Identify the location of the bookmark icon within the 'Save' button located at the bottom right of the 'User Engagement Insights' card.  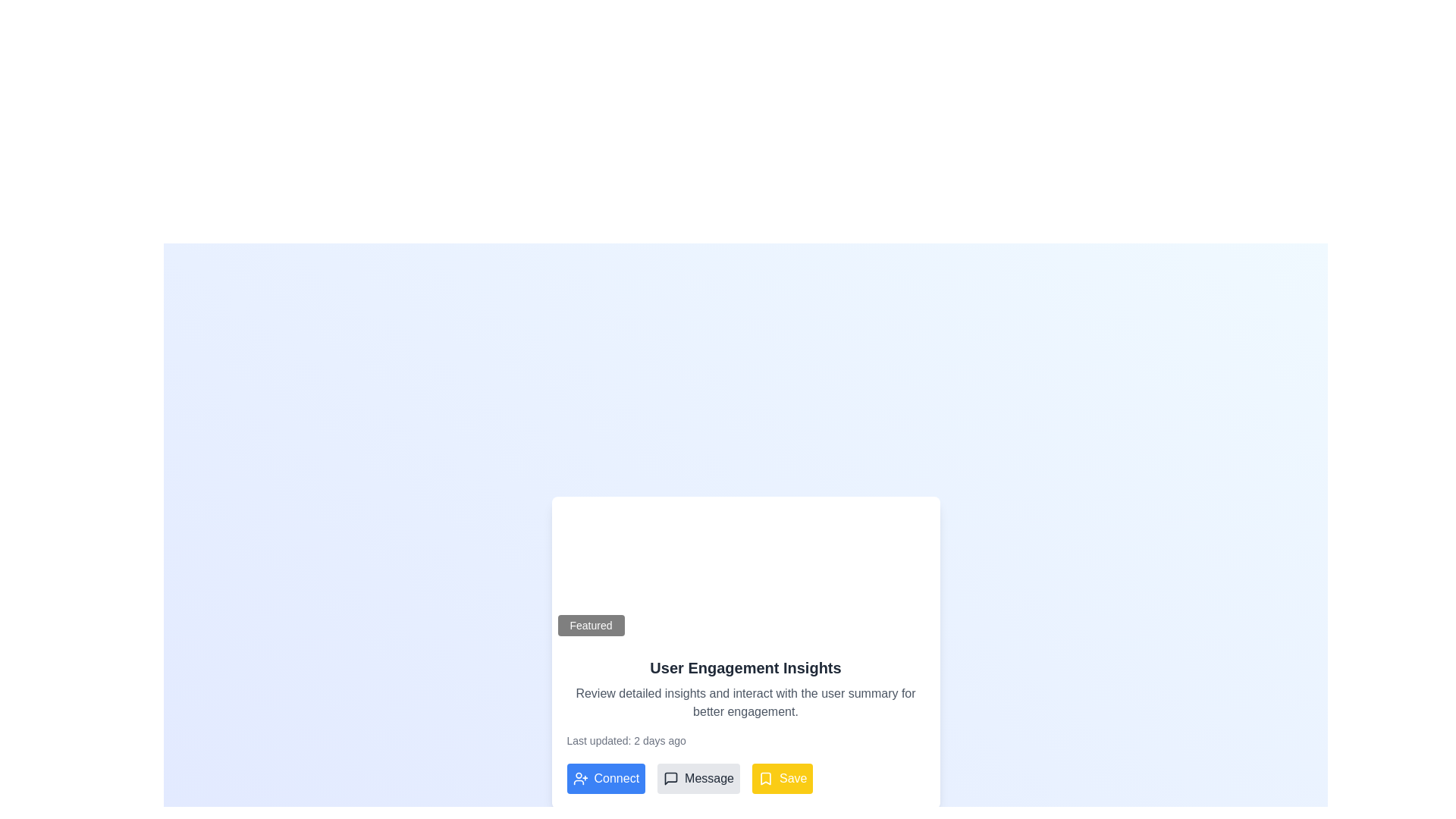
(765, 778).